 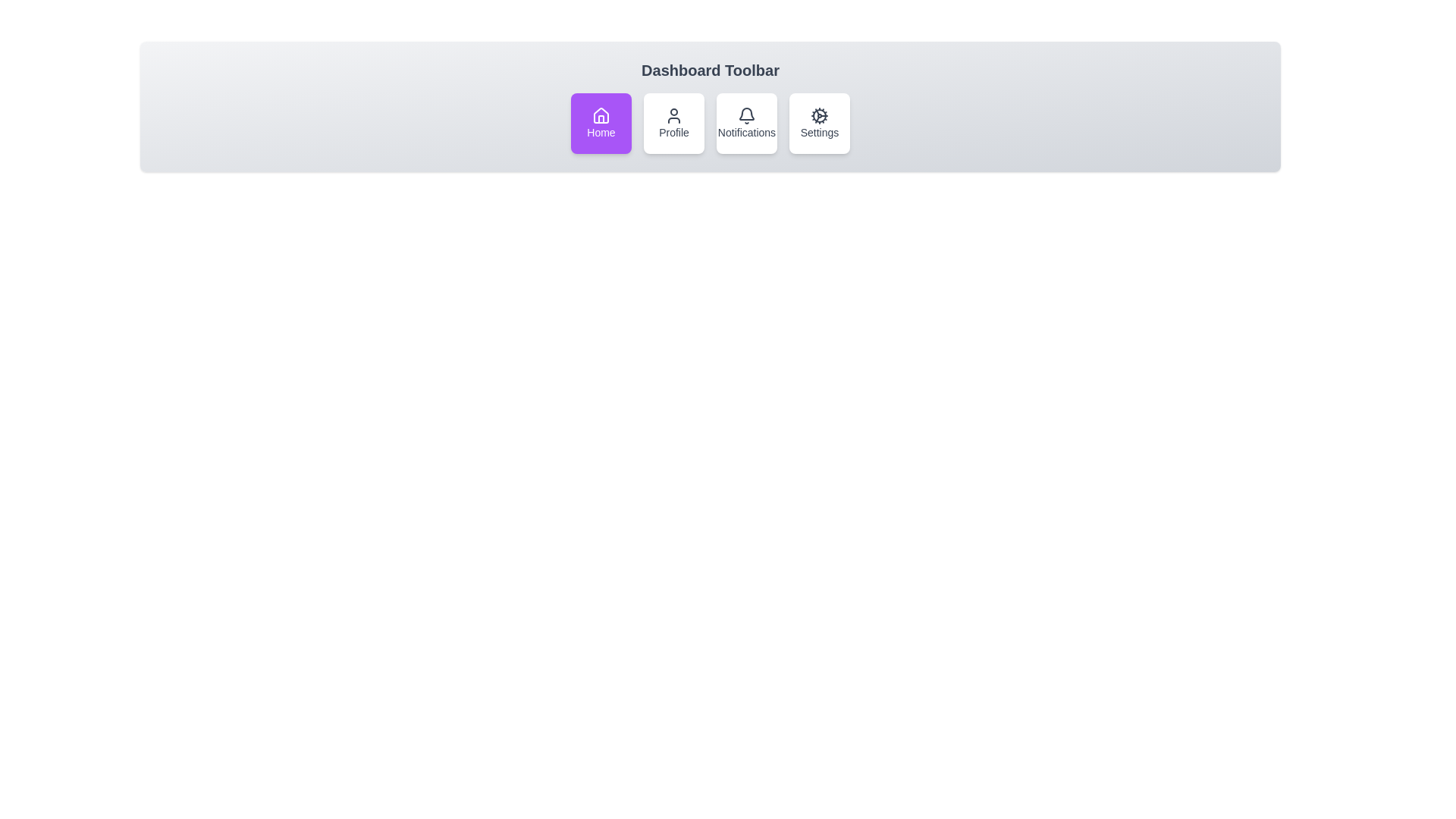 What do you see at coordinates (818, 122) in the screenshot?
I see `the Settings toolbar item to activate it` at bounding box center [818, 122].